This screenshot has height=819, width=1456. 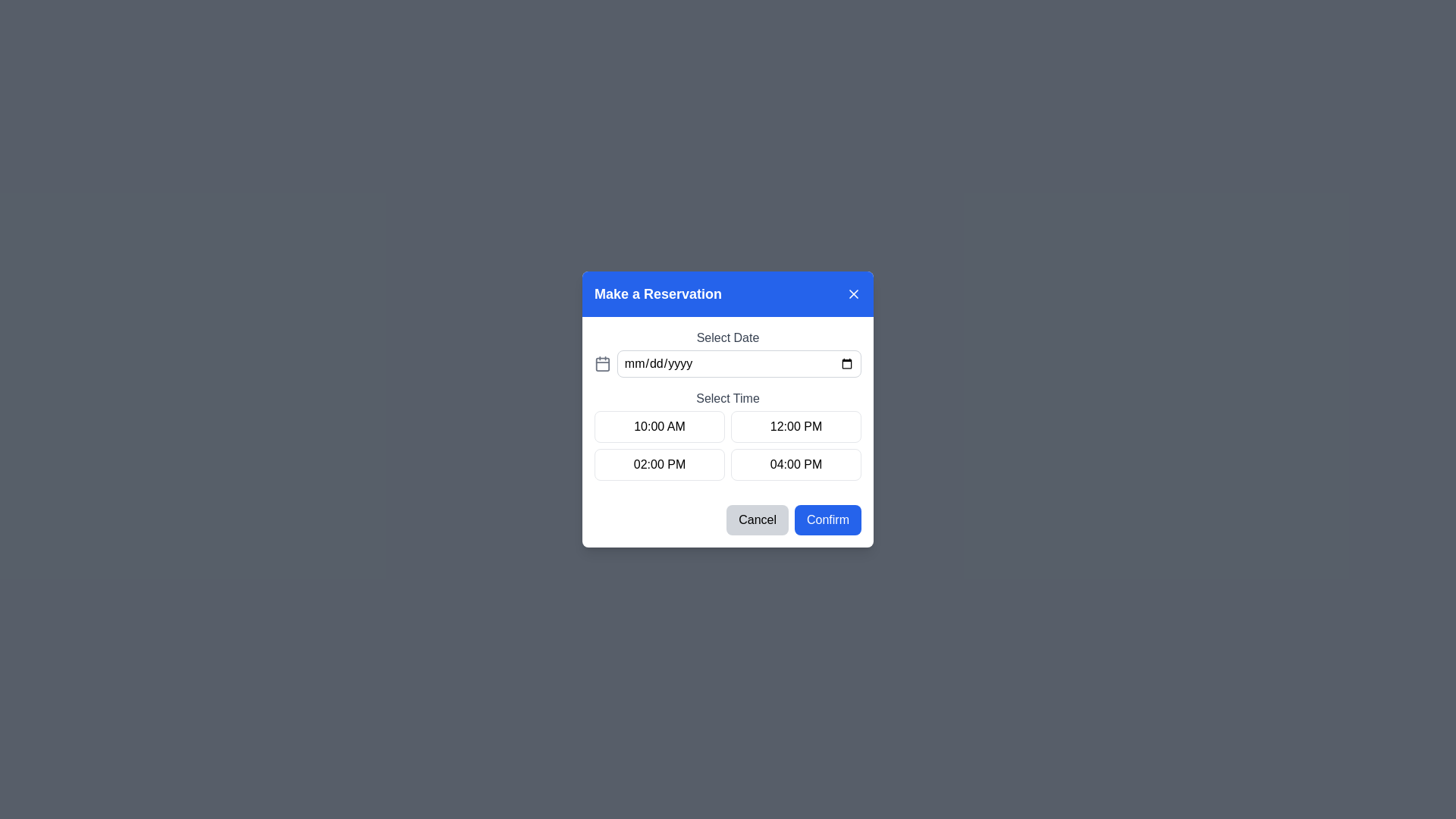 I want to click on the rectangular button with a white background and black text reading '02:00 PM', so click(x=659, y=464).